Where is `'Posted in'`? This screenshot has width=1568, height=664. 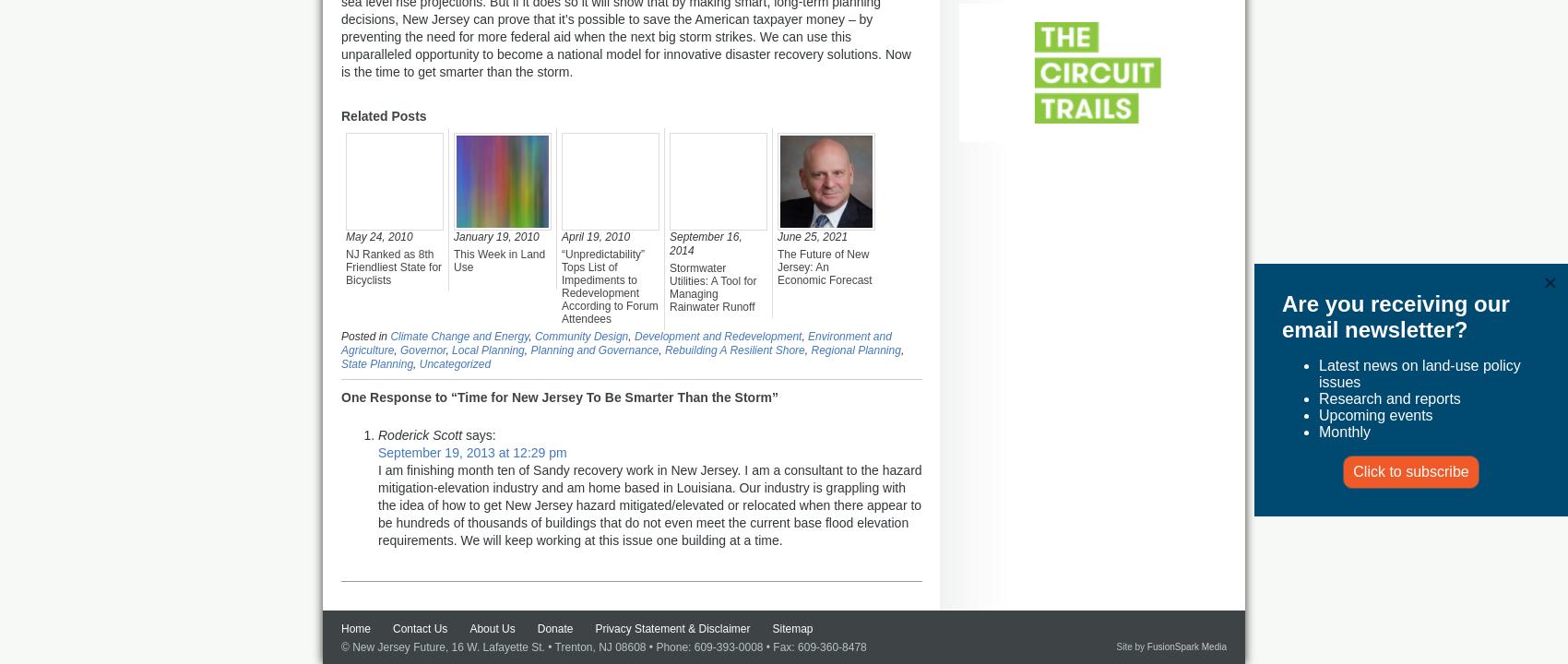 'Posted in' is located at coordinates (364, 336).